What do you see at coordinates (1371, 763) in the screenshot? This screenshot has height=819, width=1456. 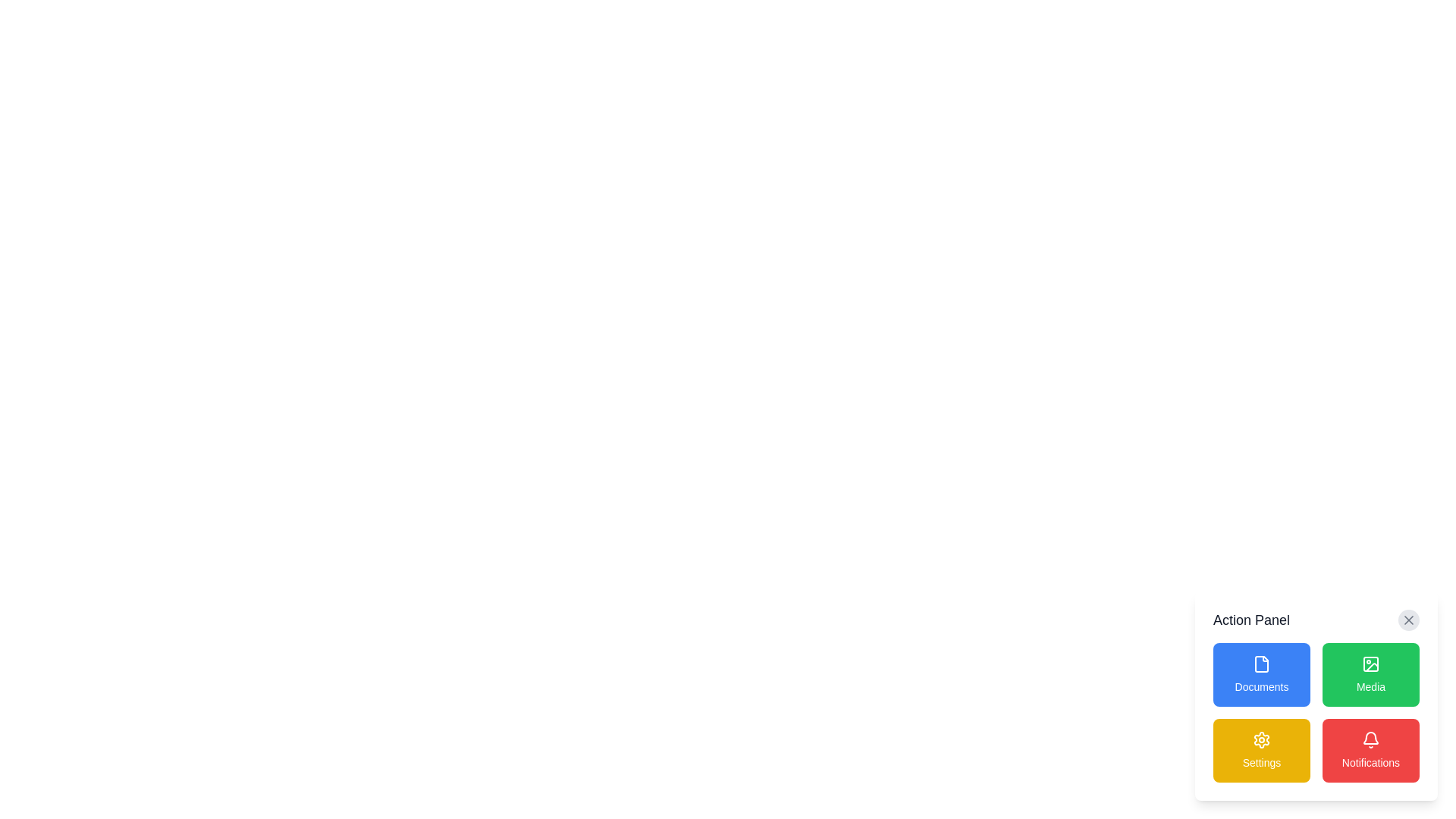 I see `the 'Notifications' button located in the bottom-right corner of the action panel` at bounding box center [1371, 763].